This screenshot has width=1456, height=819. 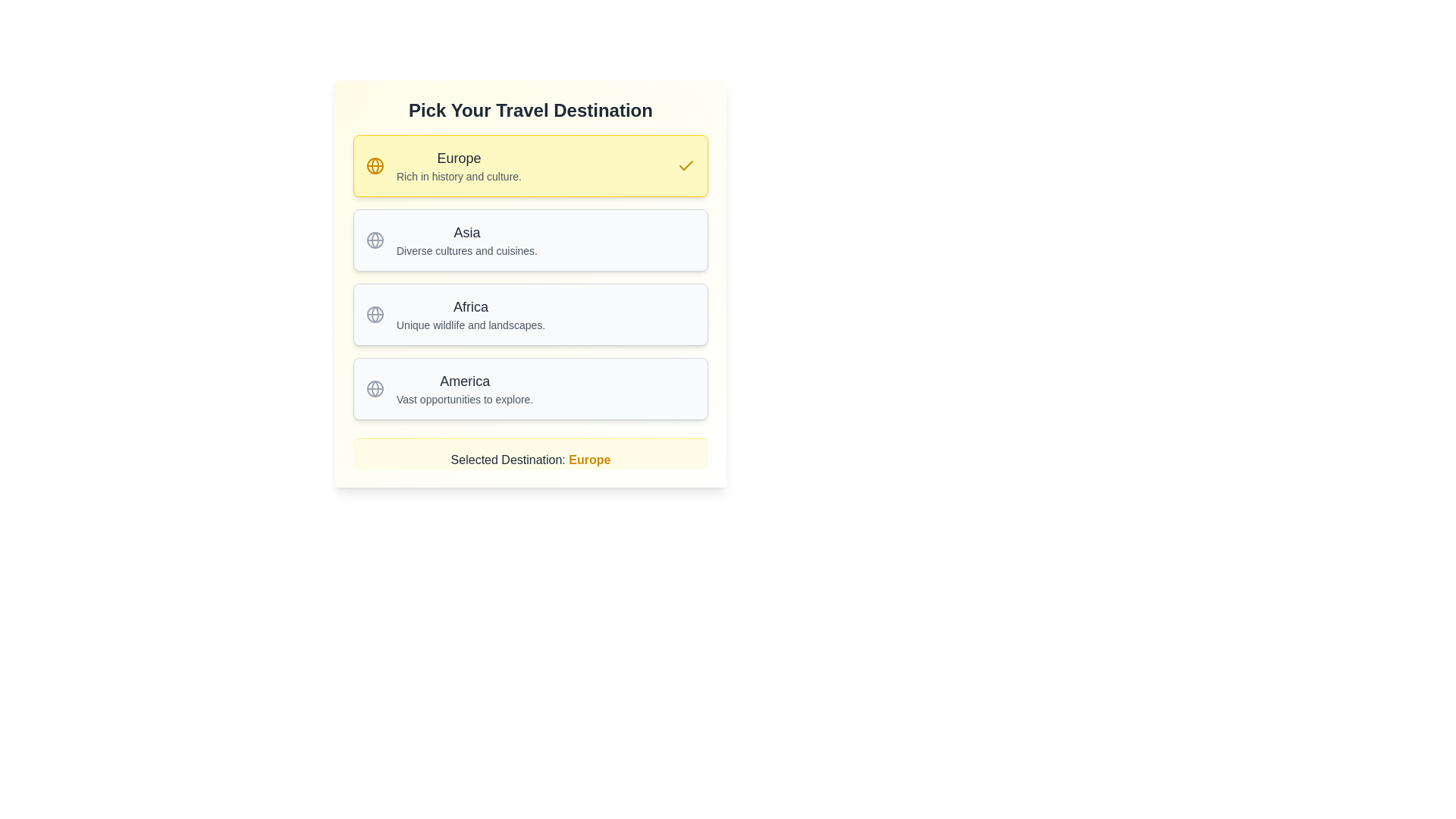 I want to click on the text element displaying 'Africa', so click(x=470, y=307).